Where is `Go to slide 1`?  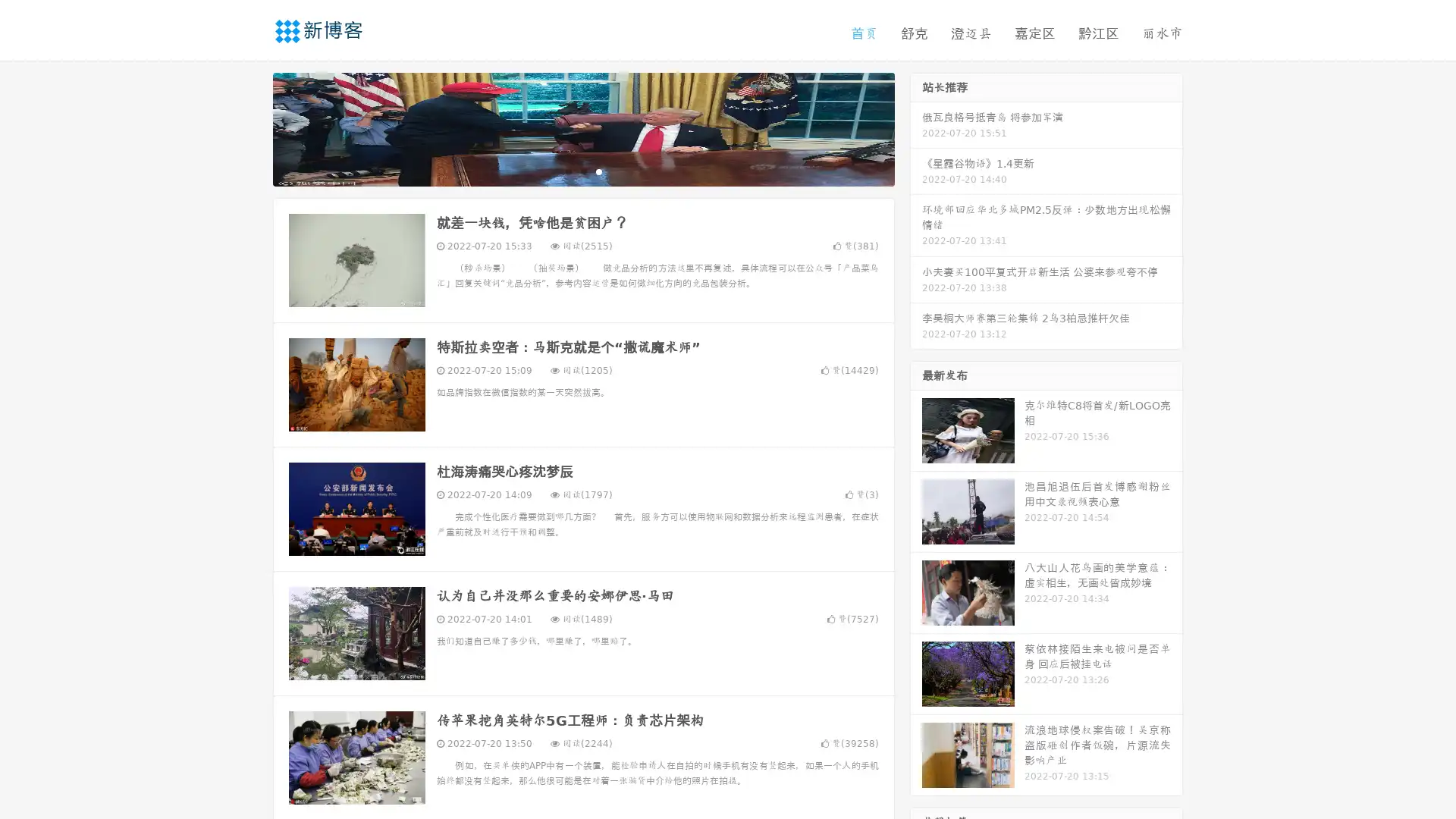
Go to slide 1 is located at coordinates (567, 171).